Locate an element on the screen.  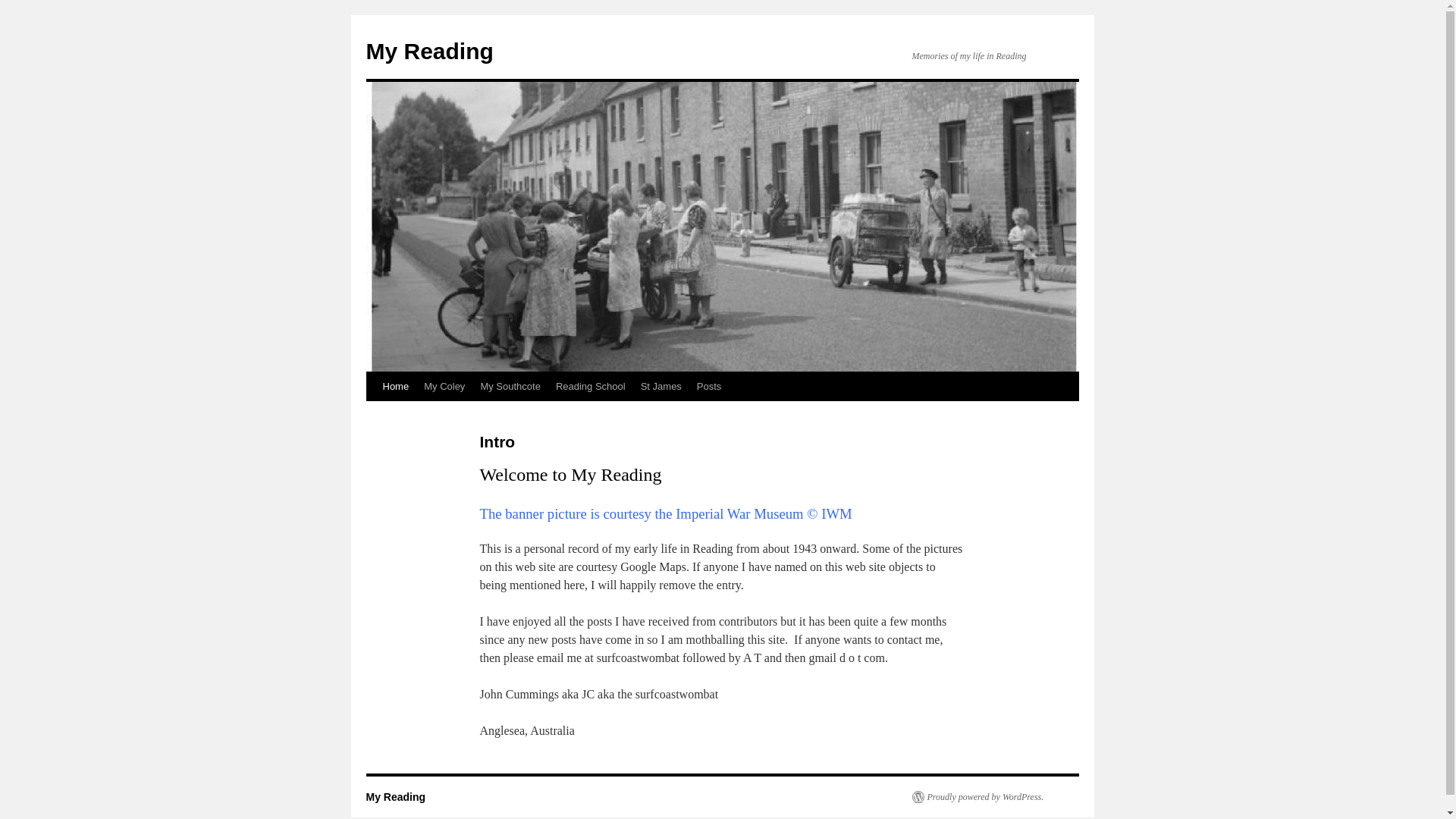
'My Reading' is located at coordinates (428, 50).